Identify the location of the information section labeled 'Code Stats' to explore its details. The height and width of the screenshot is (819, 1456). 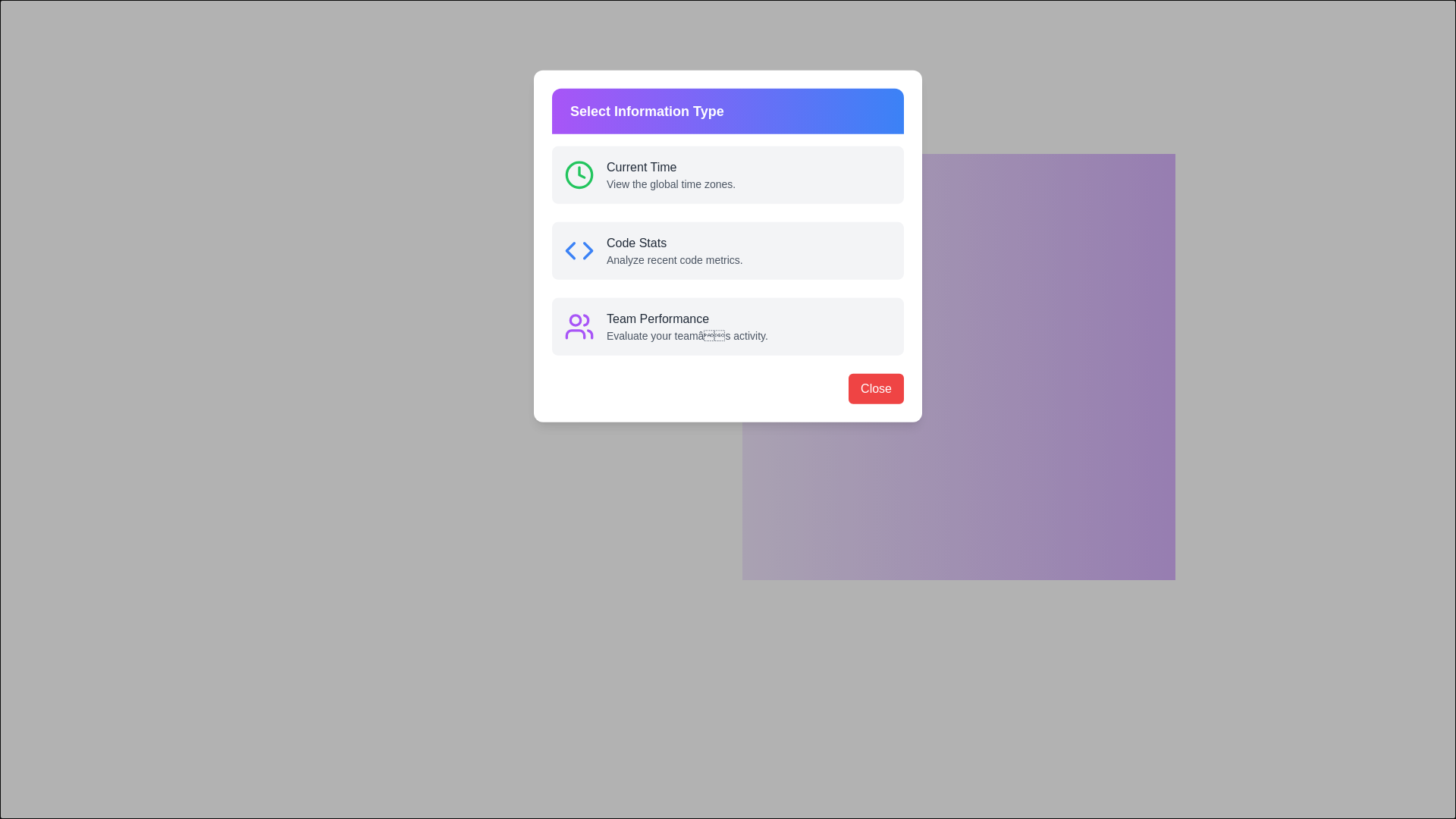
(758, 227).